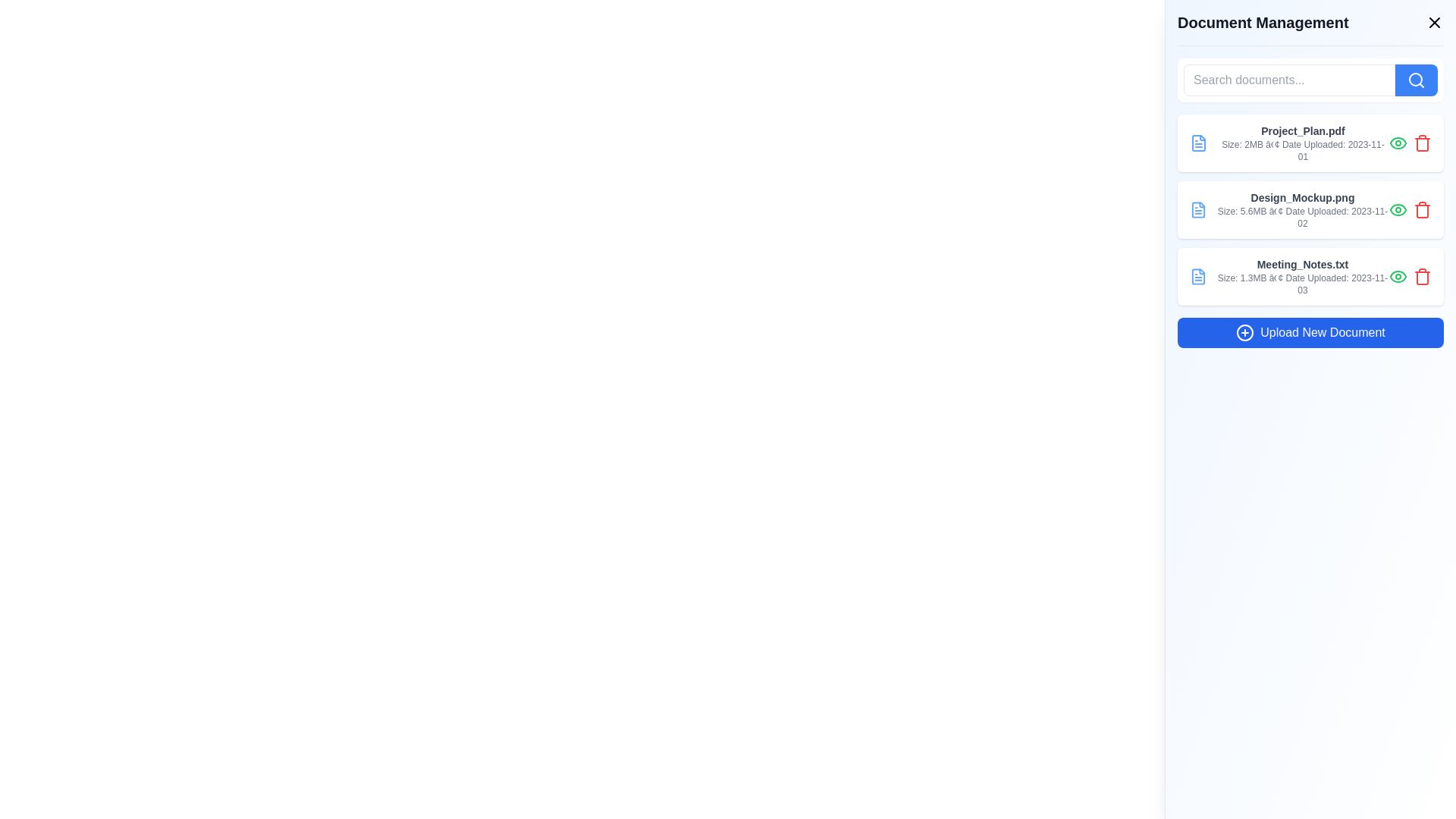  Describe the element at coordinates (1197, 210) in the screenshot. I see `the file icon representing the 'Design_Mockup.png' file entry in the document list` at that location.